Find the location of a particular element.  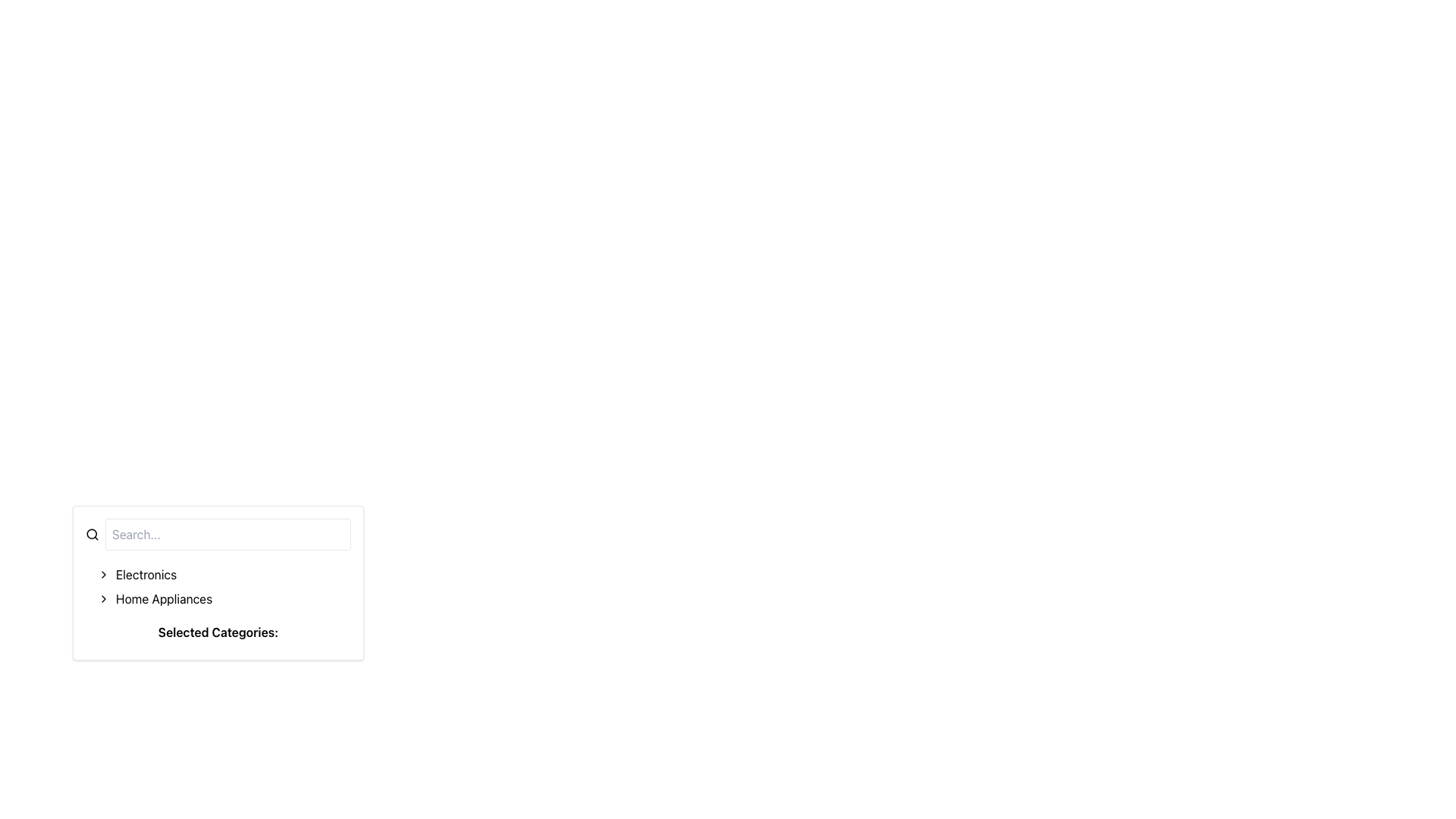

the search icon represented by a magnifying glass graphic, which is located to the left of the text input field in the search interface is located at coordinates (91, 534).